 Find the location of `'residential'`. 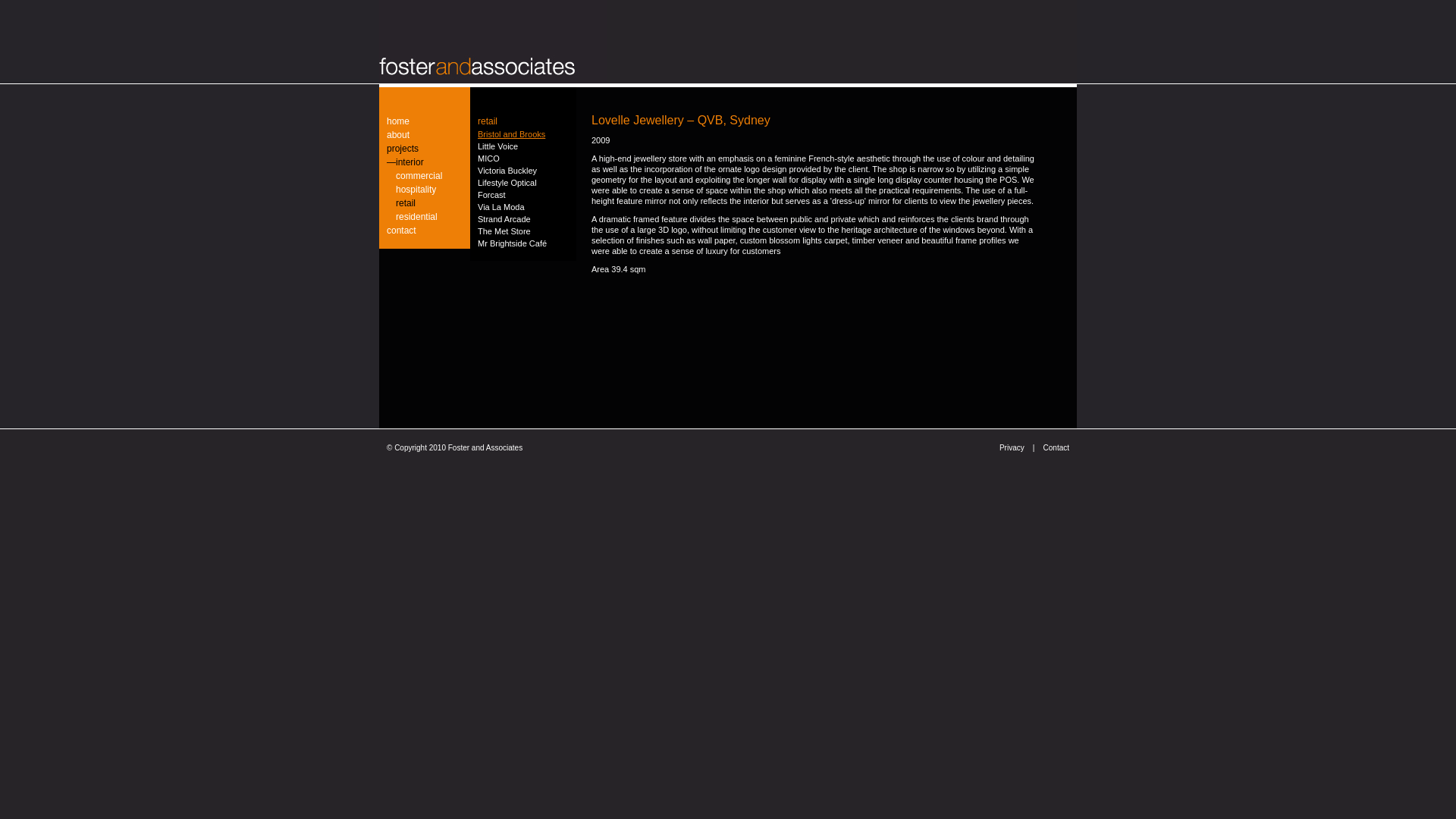

'residential' is located at coordinates (425, 216).